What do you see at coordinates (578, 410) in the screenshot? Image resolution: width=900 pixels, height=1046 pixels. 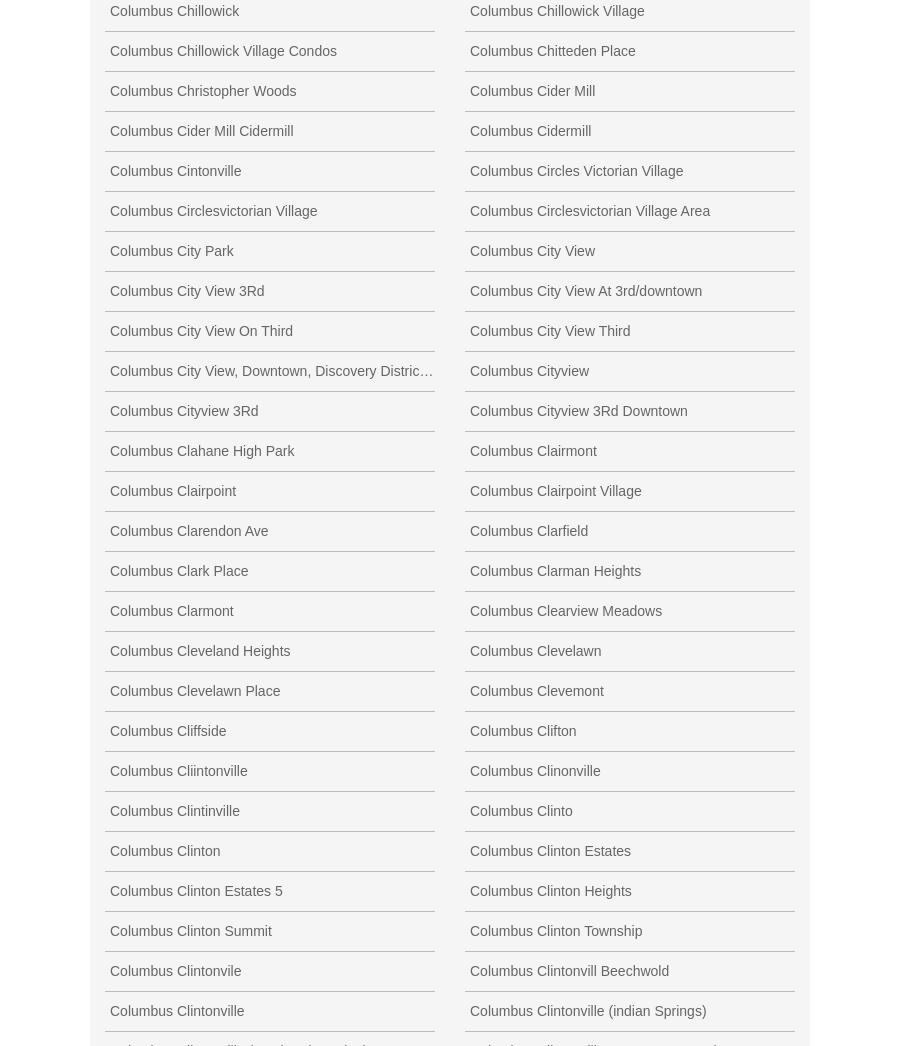 I see `'Columbus Cityview 3Rd Downtown'` at bounding box center [578, 410].